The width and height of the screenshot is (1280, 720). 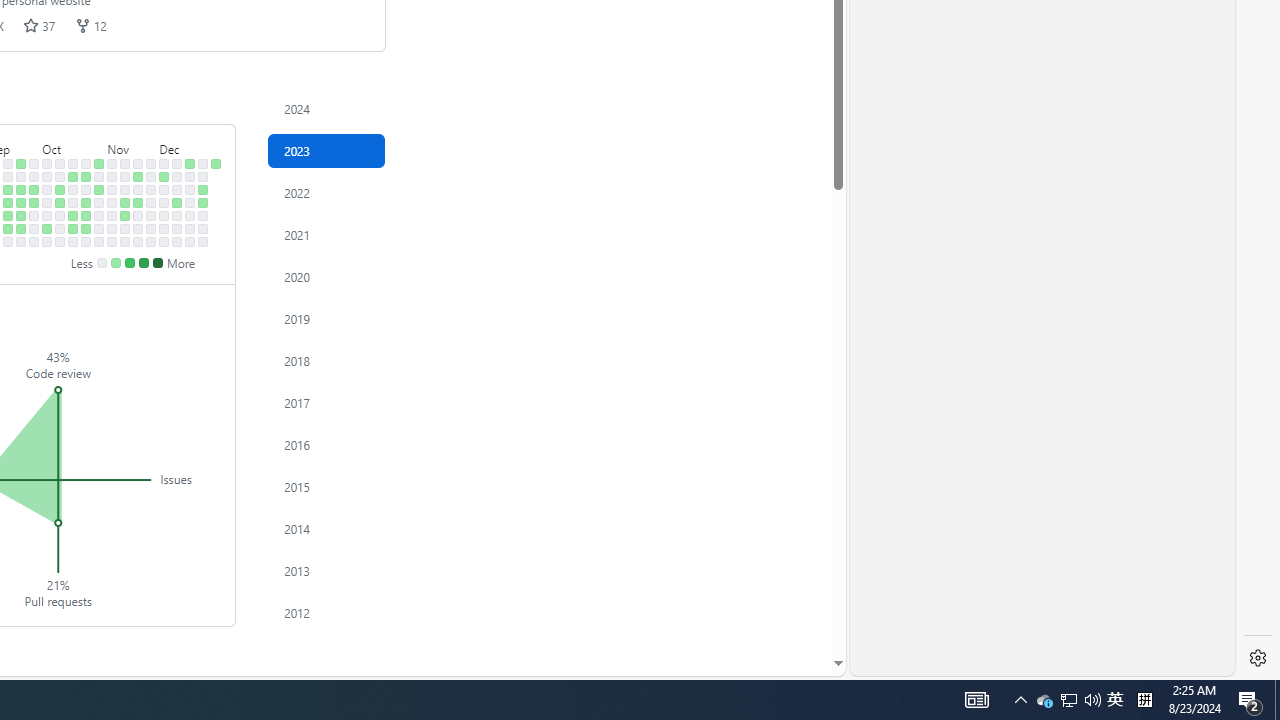 I want to click on 'No contributions on October 12th.', so click(x=60, y=215).